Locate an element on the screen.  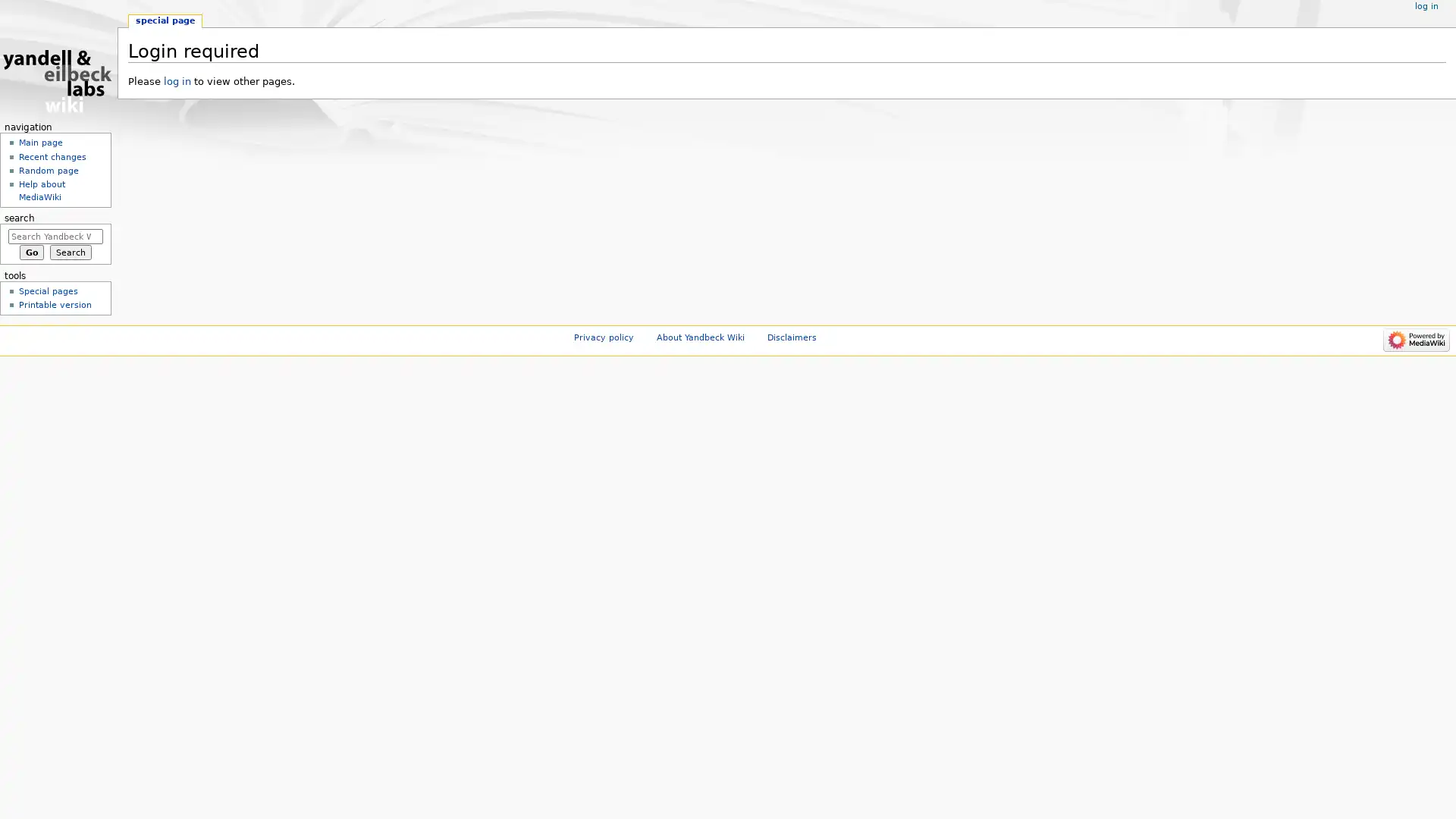
Search is located at coordinates (70, 251).